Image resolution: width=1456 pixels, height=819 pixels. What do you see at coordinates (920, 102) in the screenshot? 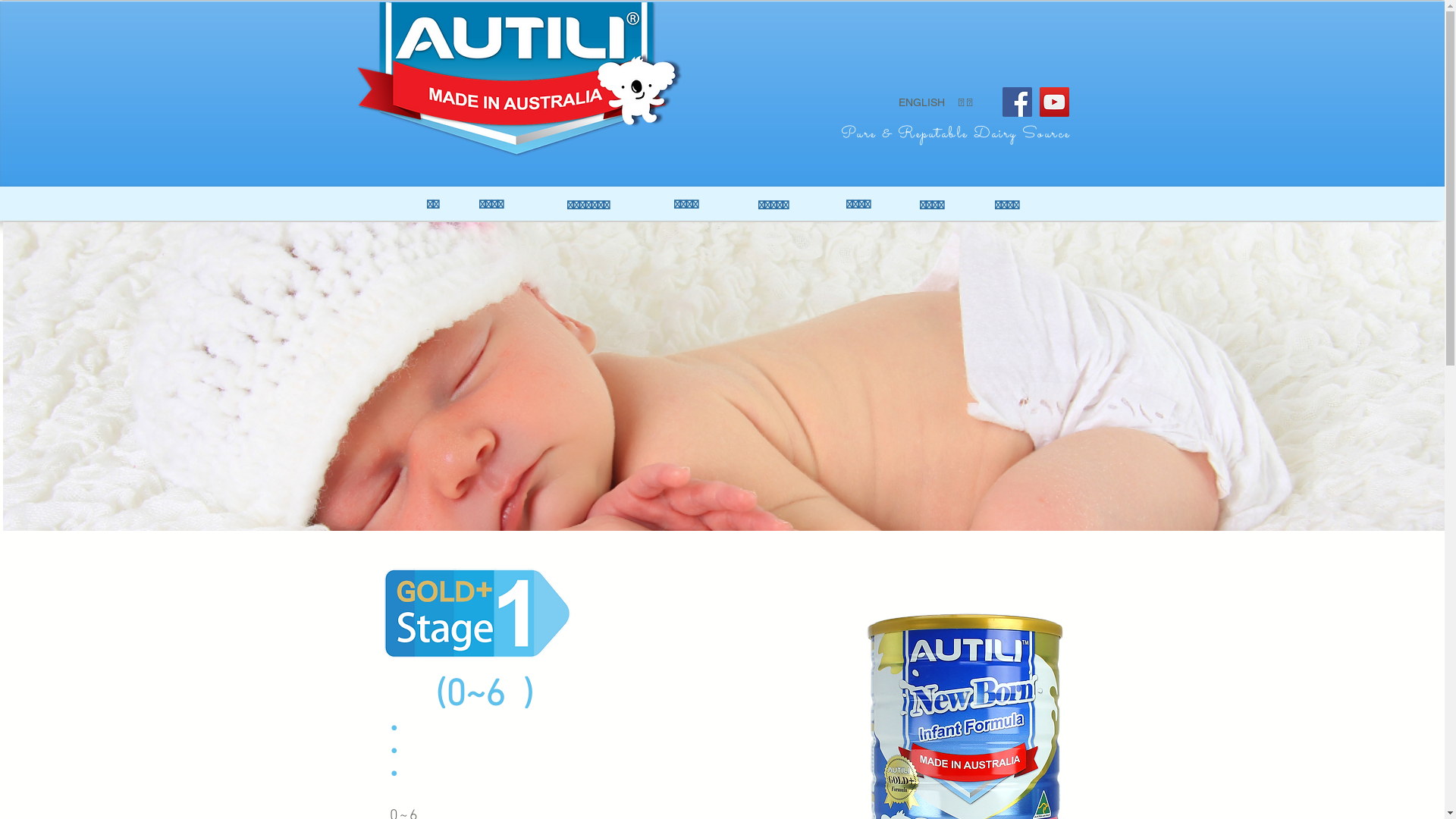
I see `'ENGLISH'` at bounding box center [920, 102].